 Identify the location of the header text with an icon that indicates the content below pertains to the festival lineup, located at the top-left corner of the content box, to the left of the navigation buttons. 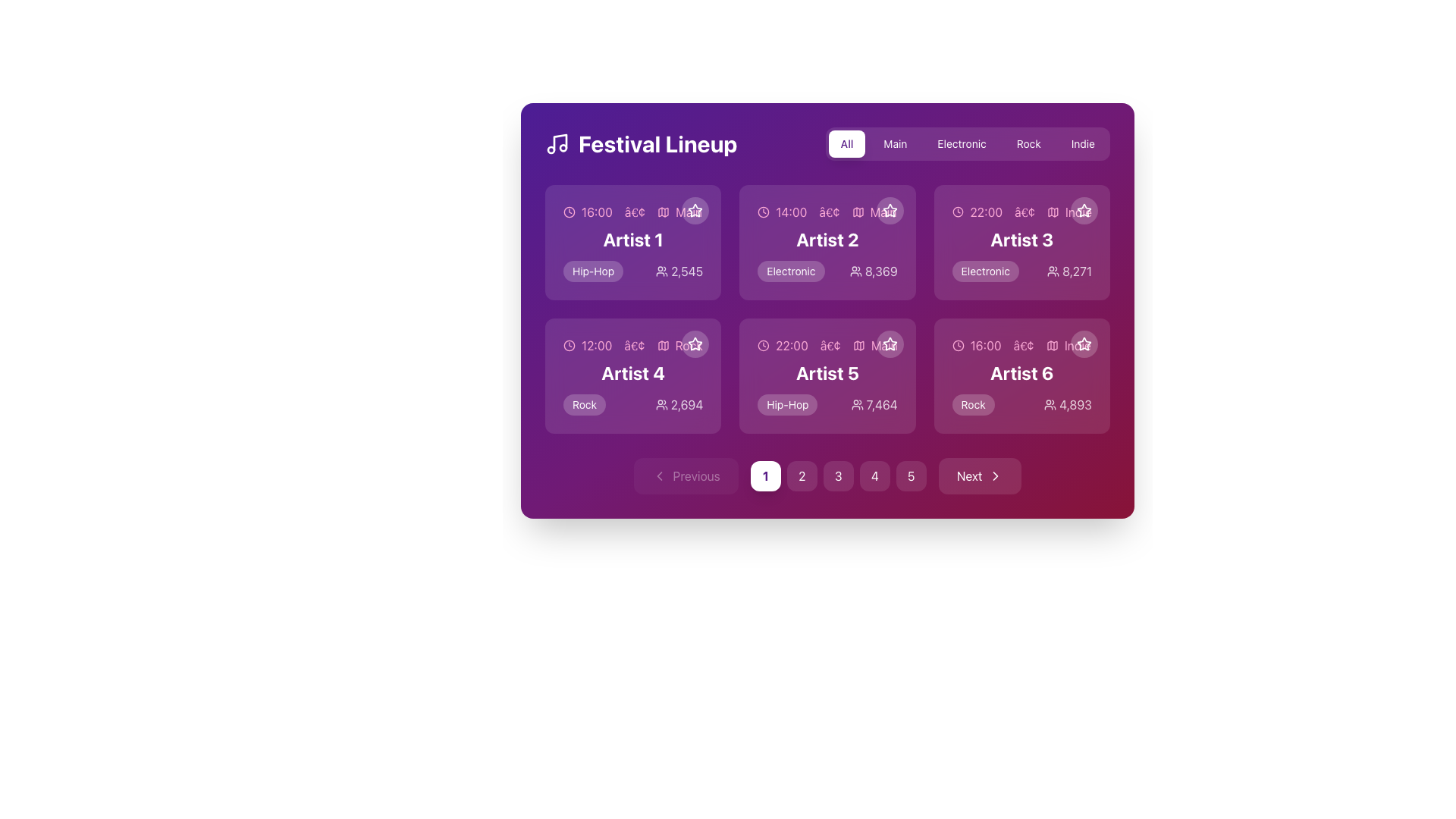
(641, 143).